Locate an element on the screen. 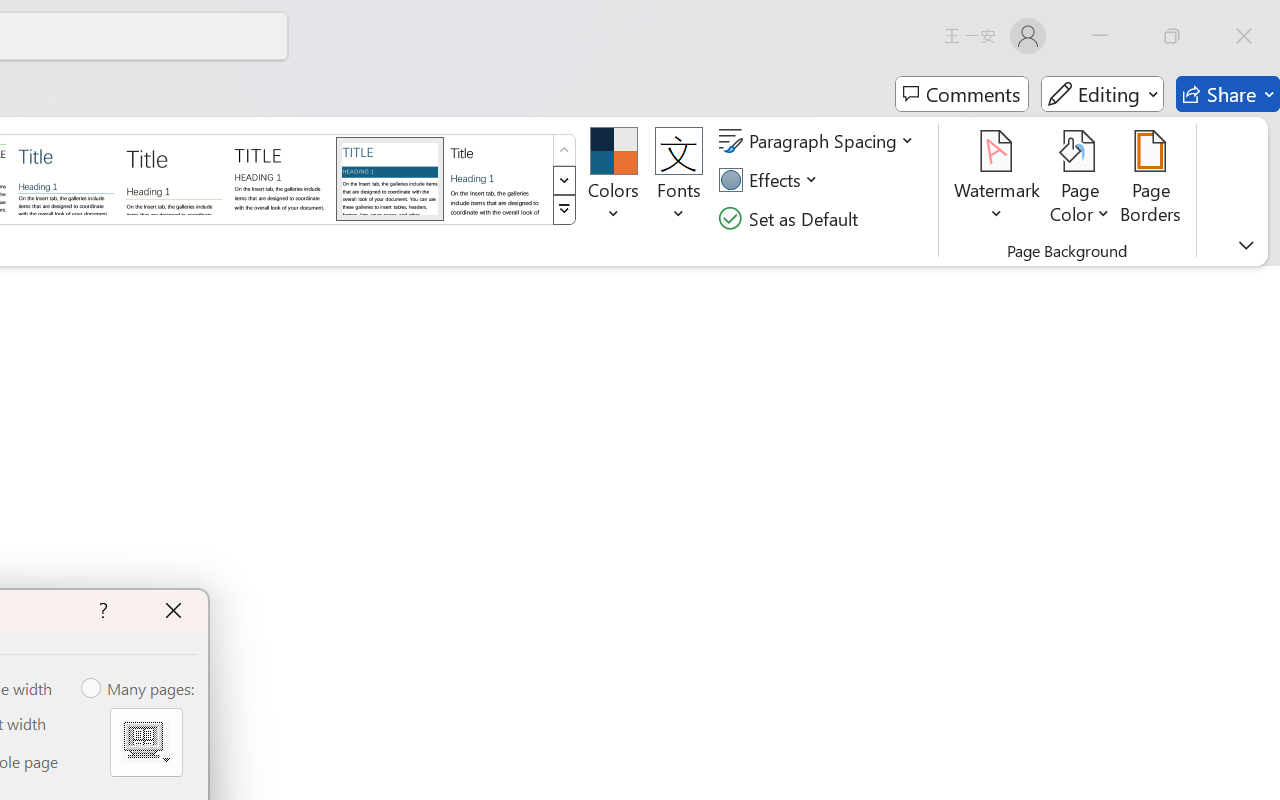 The image size is (1280, 800). 'Shaded' is located at coordinates (389, 177).